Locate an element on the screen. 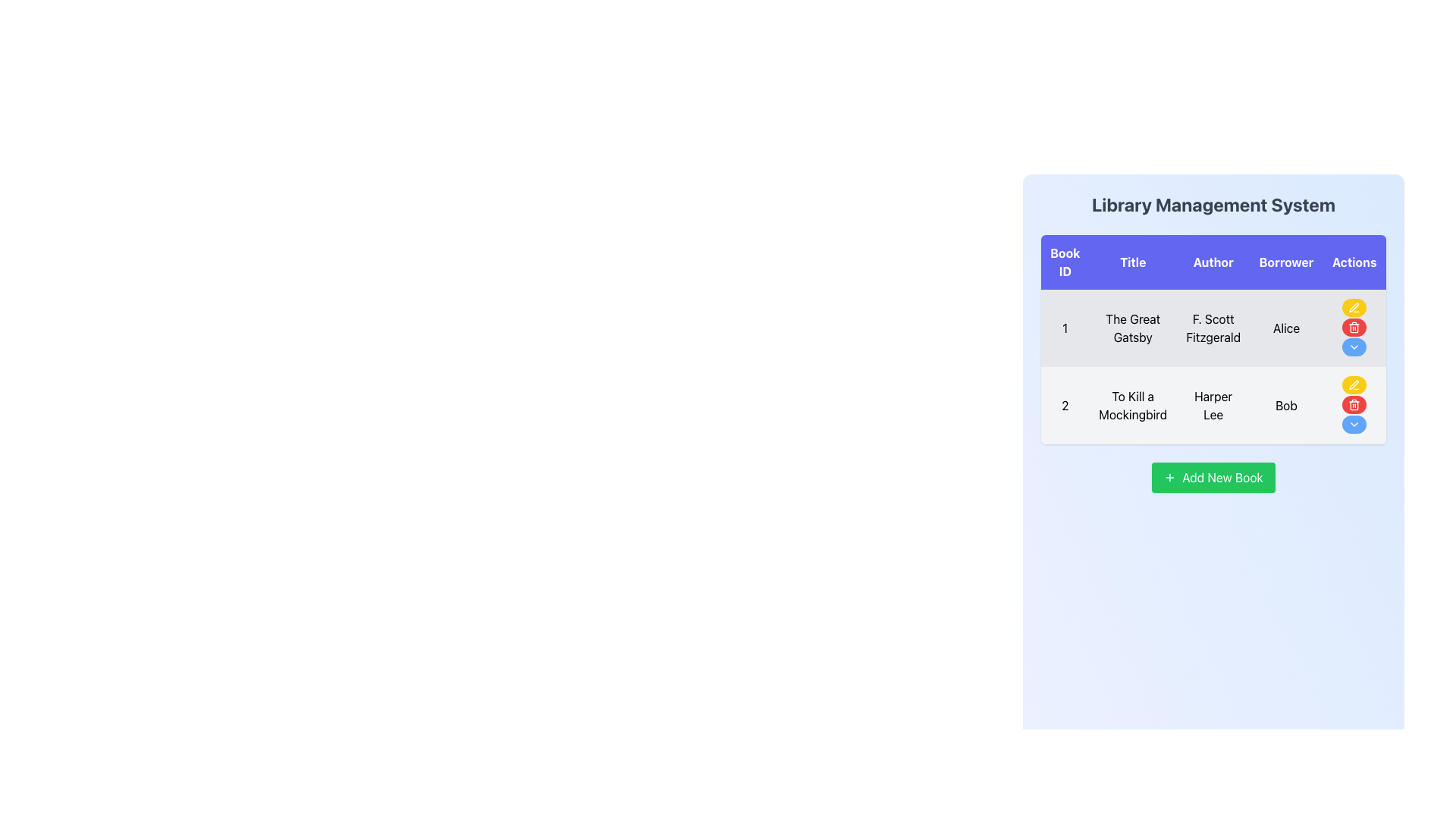  the Table Header element labeled 'Title', which is the second column header in the table, situated between 'Book ID' and 'Author' is located at coordinates (1133, 262).